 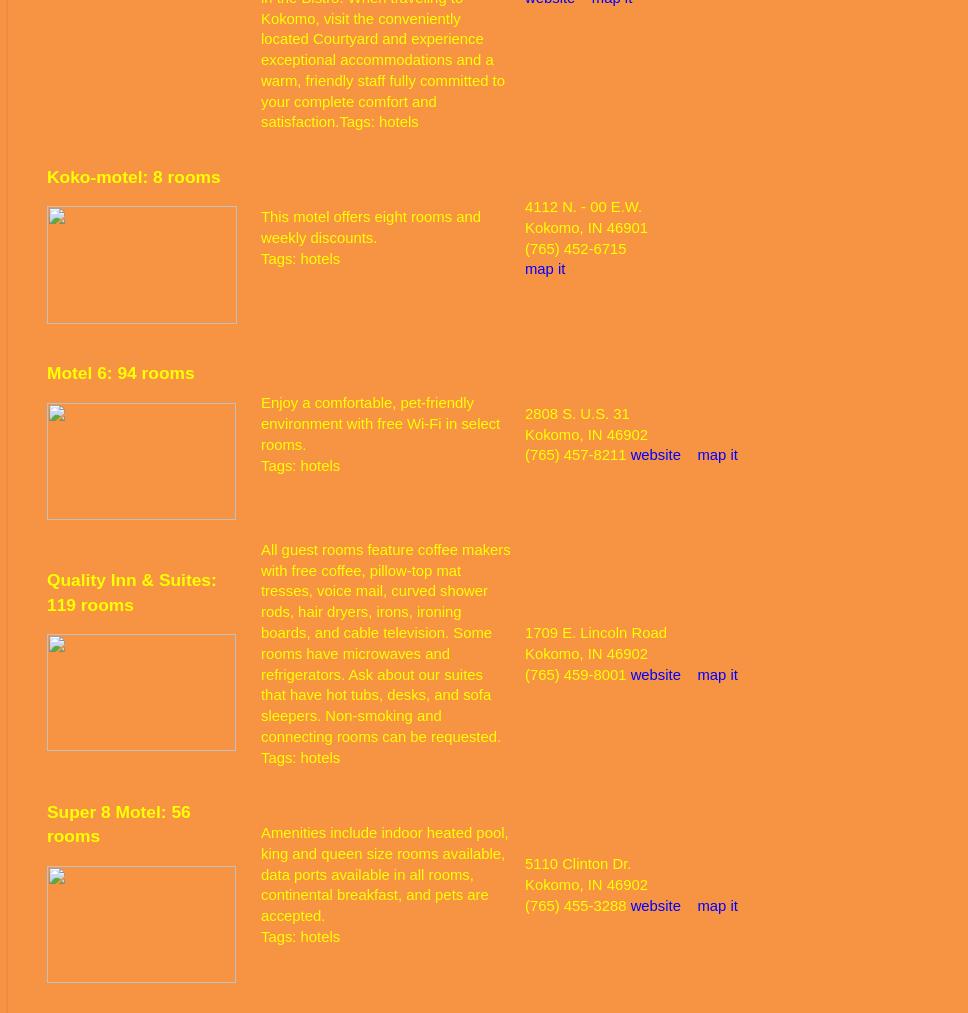 I want to click on '(765) 455-3288', so click(x=577, y=904).